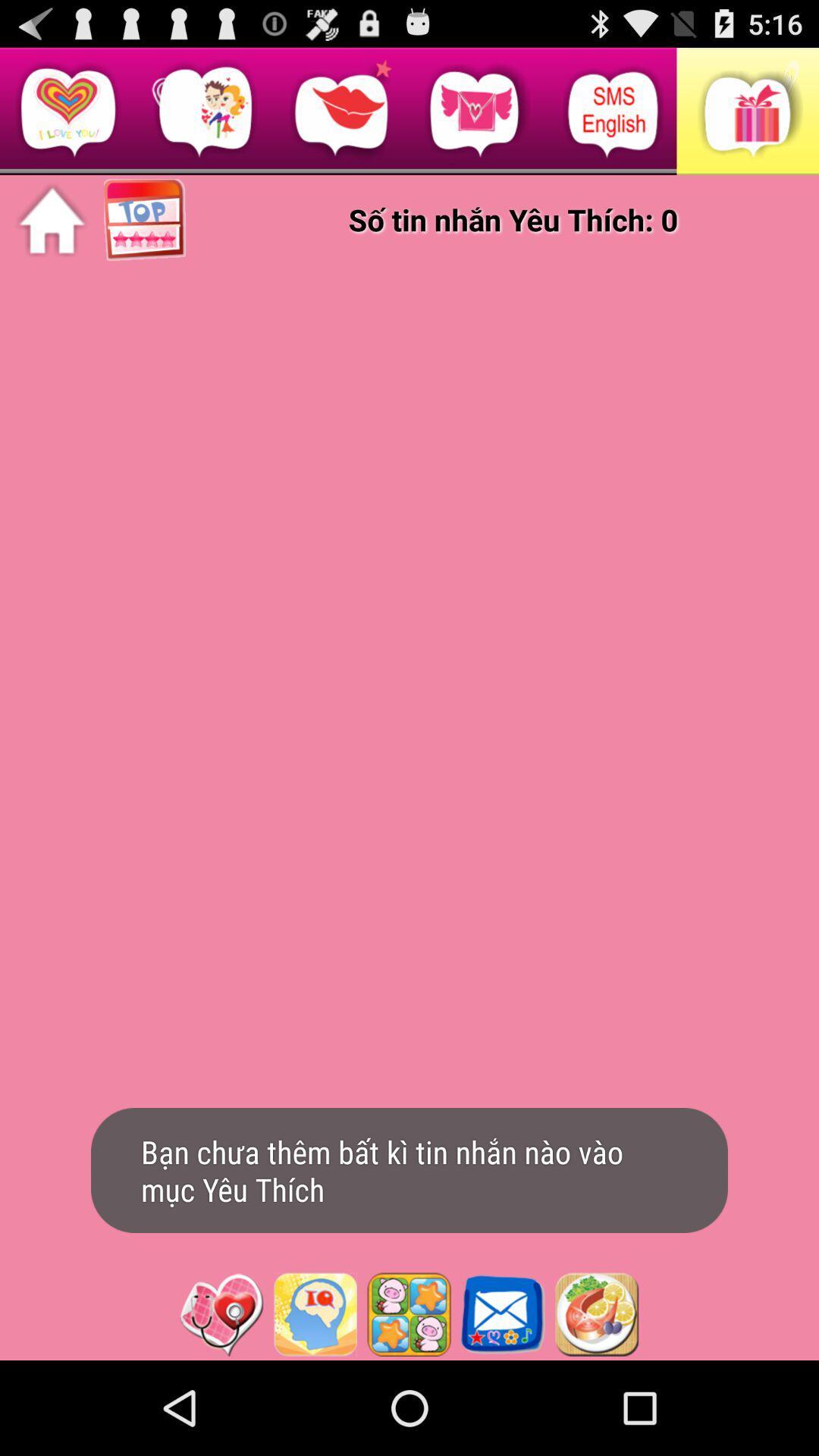 The image size is (819, 1456). Describe the element at coordinates (221, 1313) in the screenshot. I see `icon button` at that location.